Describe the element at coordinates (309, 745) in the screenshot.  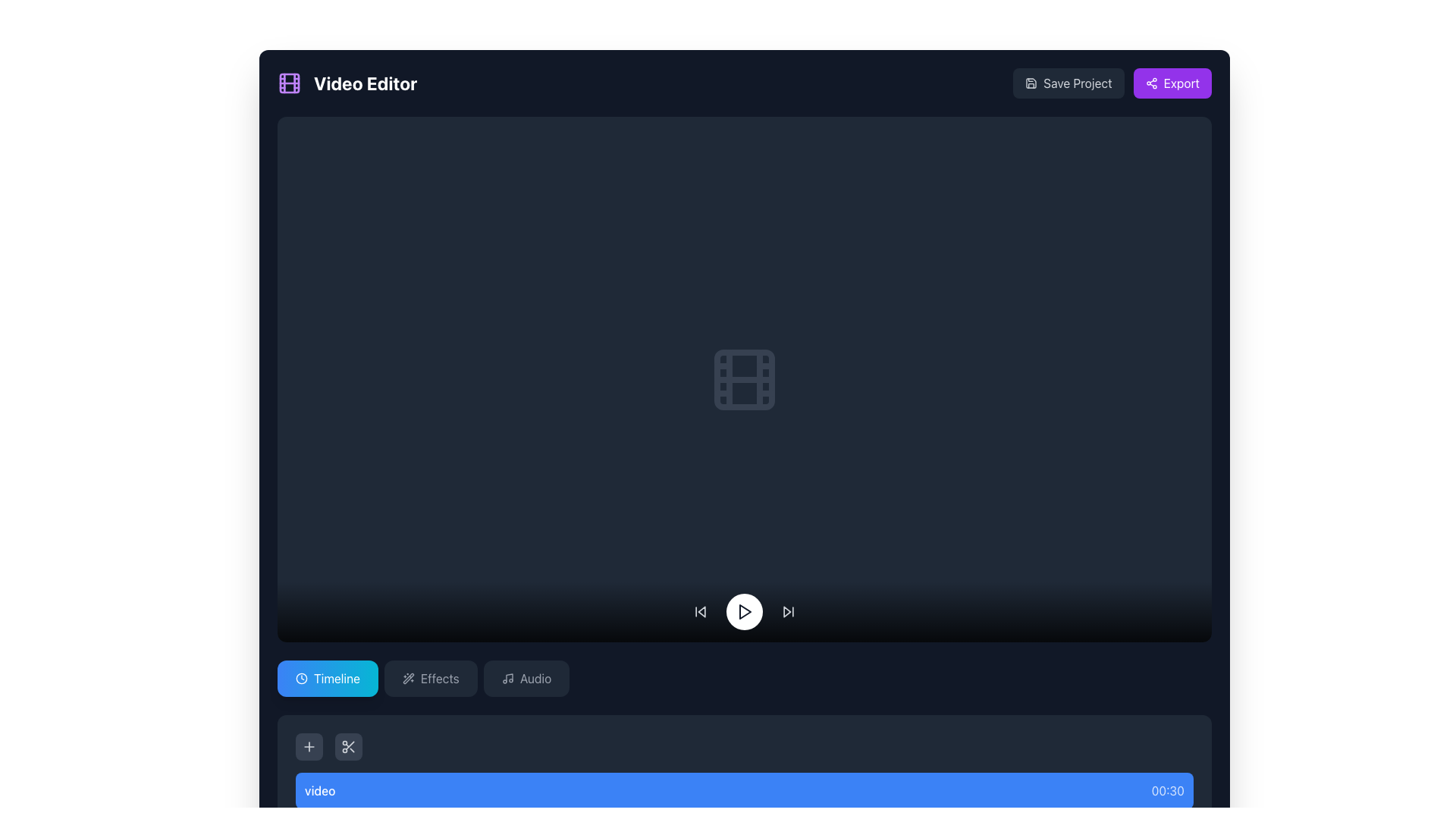
I see `the circular icon button located near the bottom left of the interface to initiate the add action` at that location.